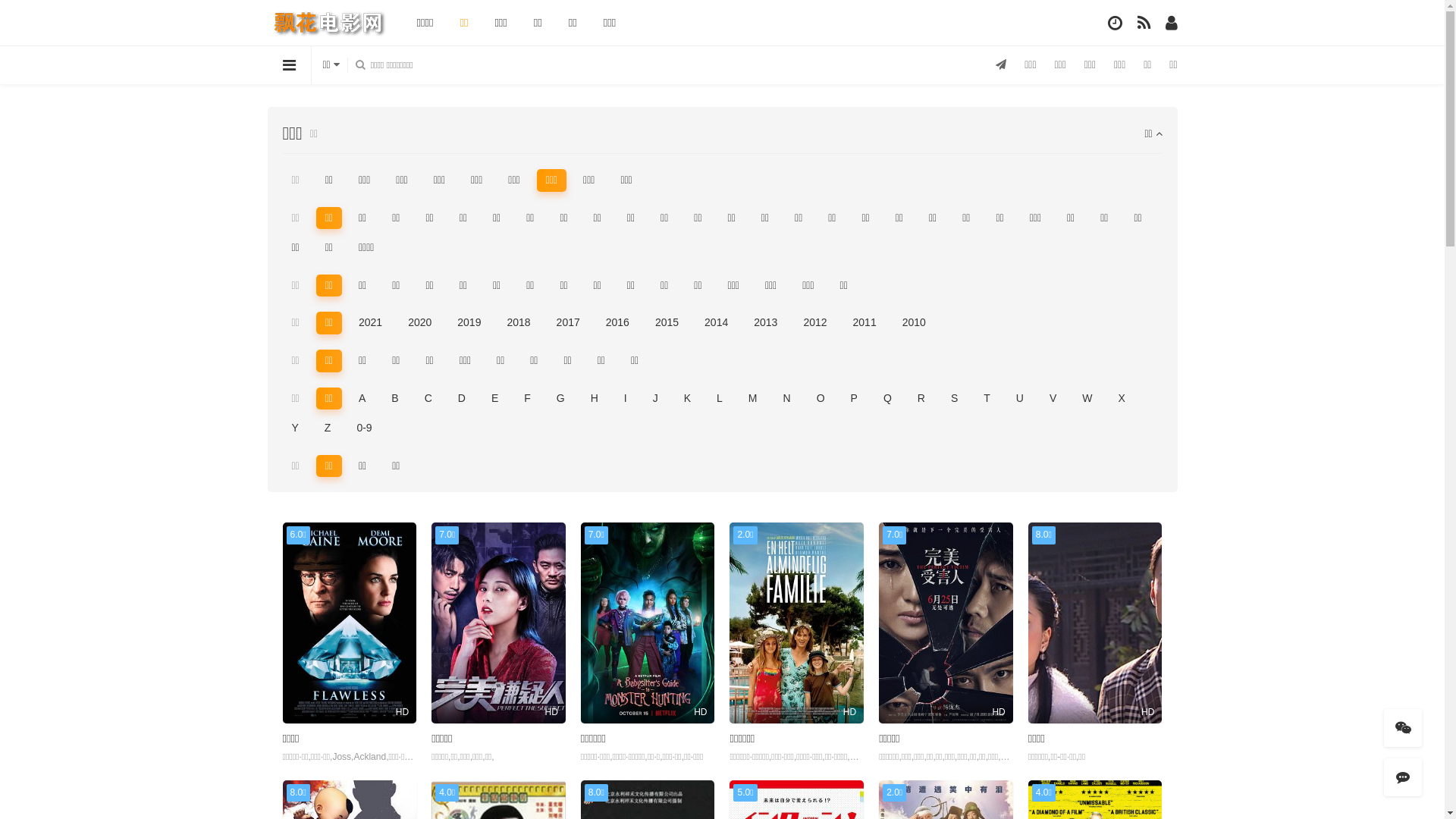  Describe the element at coordinates (673, 397) in the screenshot. I see `'K'` at that location.